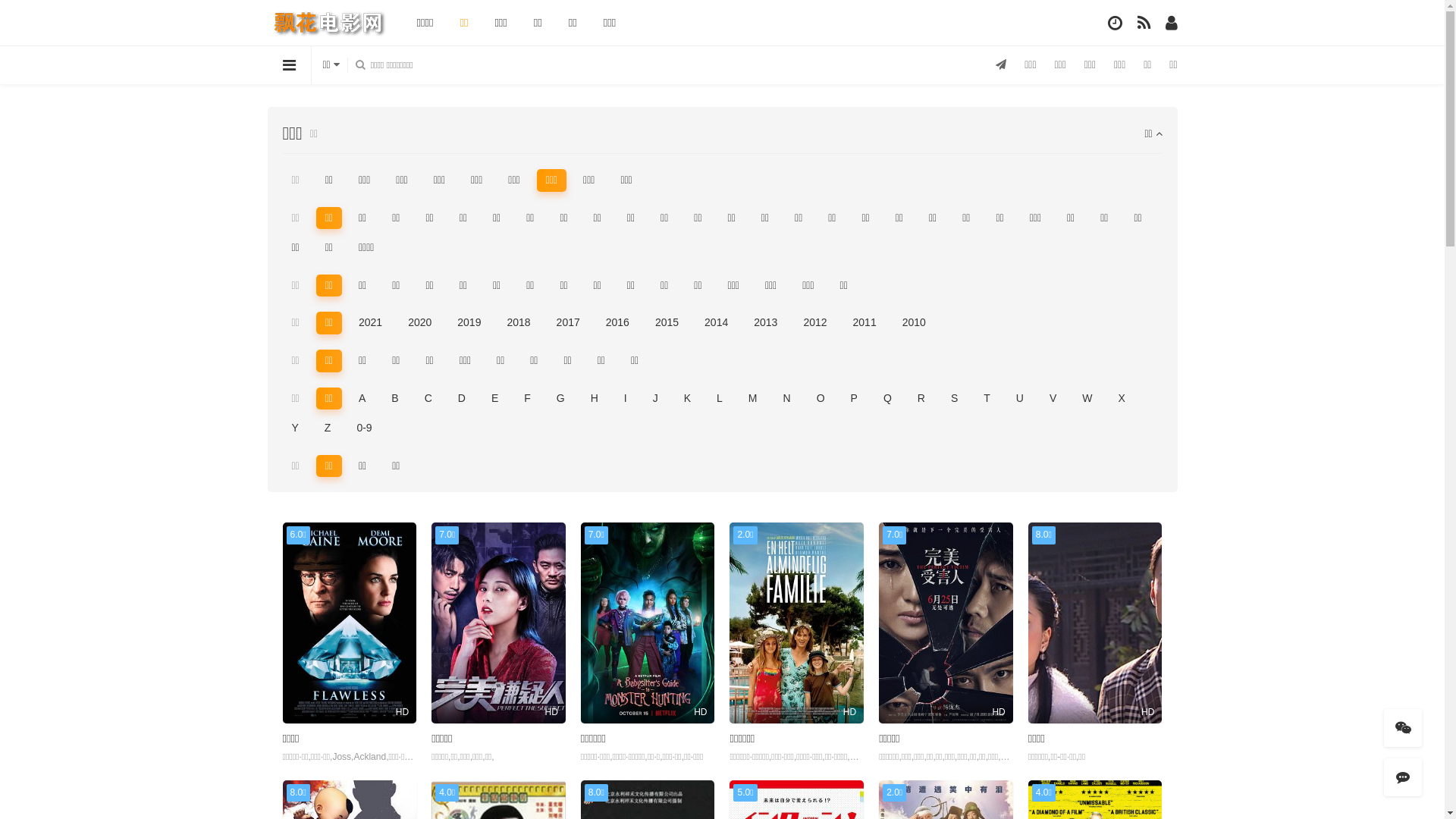  Describe the element at coordinates (673, 397) in the screenshot. I see `'K'` at that location.